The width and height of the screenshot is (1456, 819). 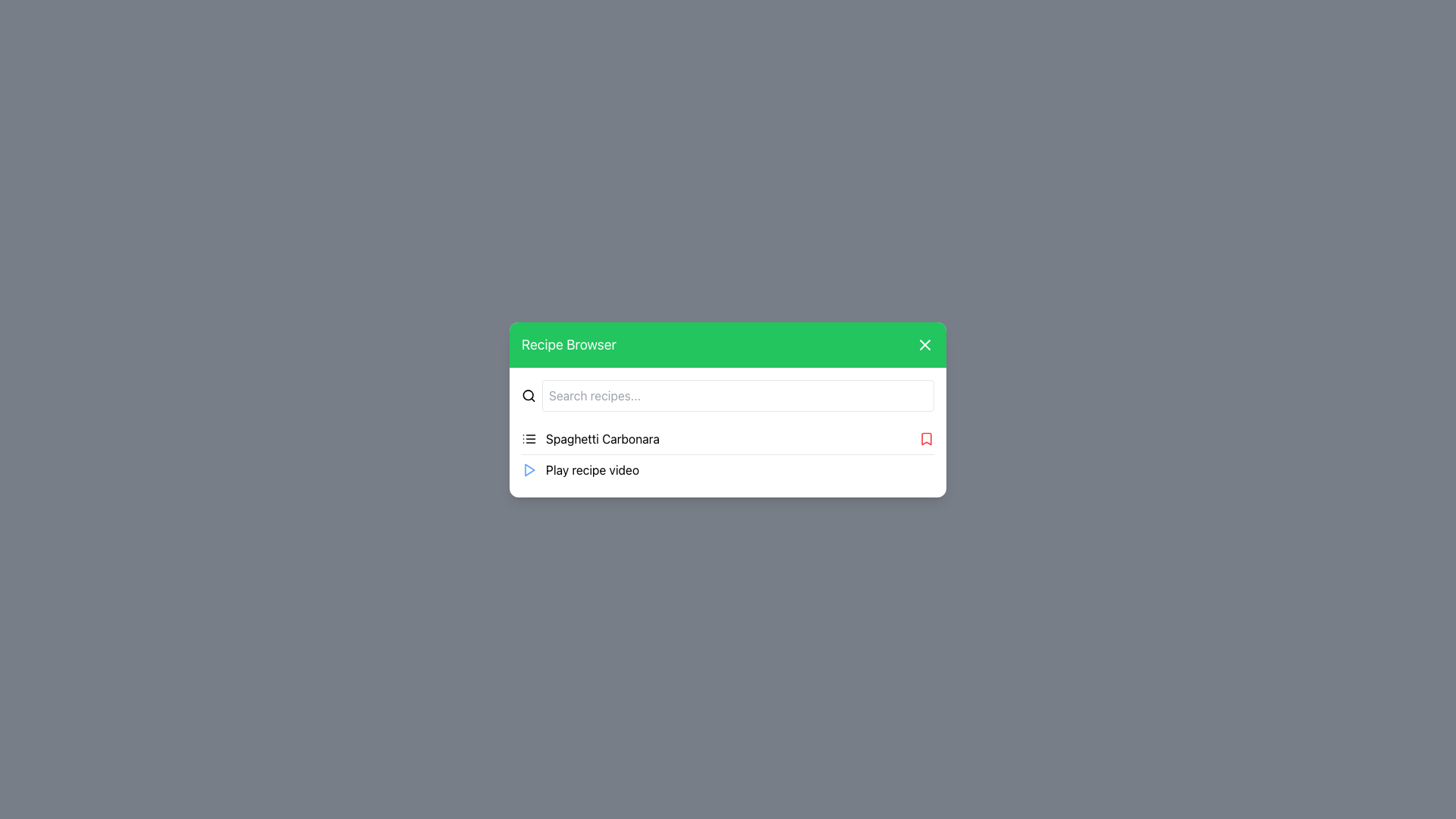 I want to click on the static text element that describes the action of playing a recipe video, located immediately to the right of the play button icon, so click(x=591, y=469).